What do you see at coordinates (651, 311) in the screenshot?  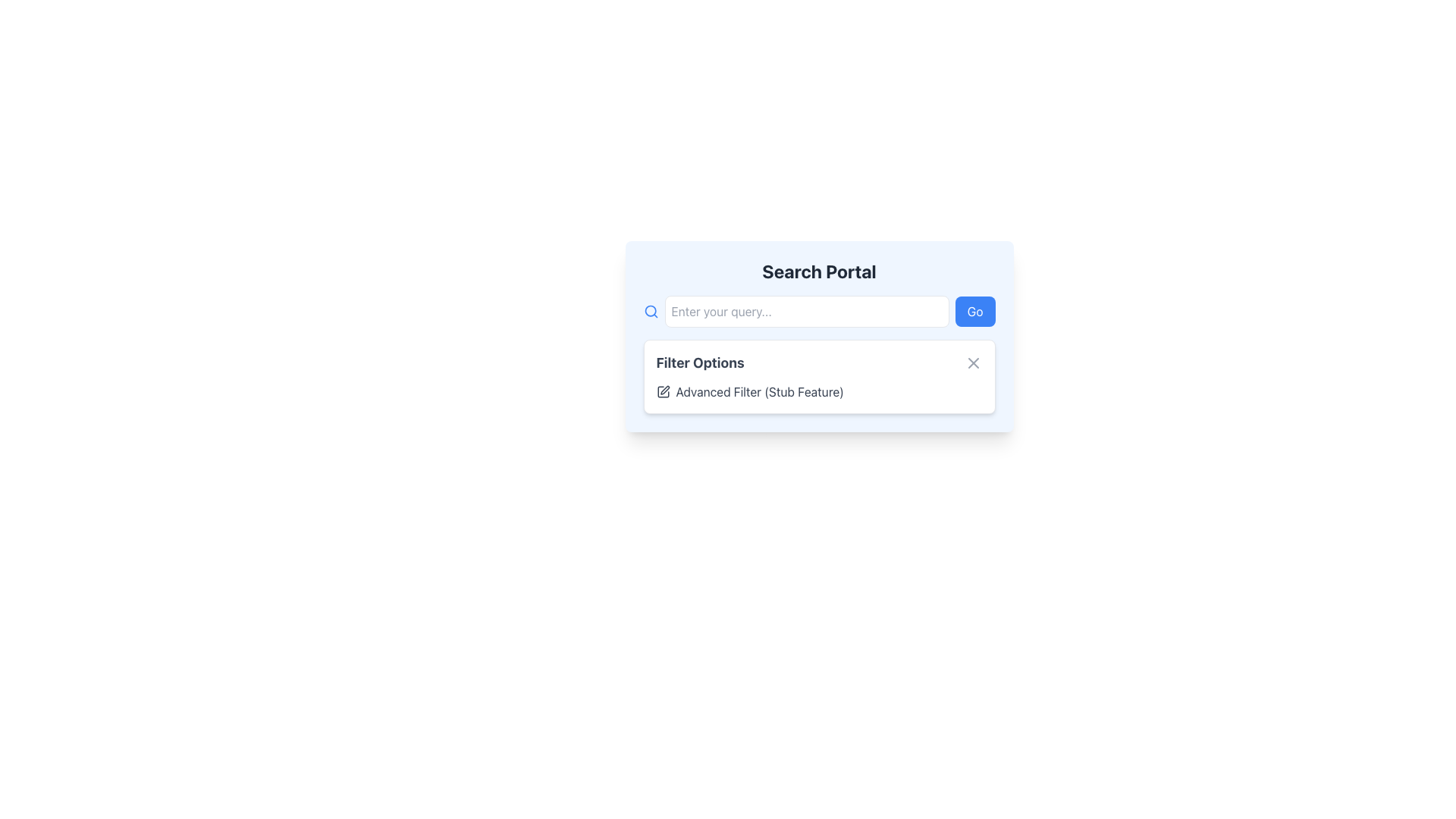 I see `the blue magnifying glass icon located to the immediate left of the input field in the 'Search Portal' interface to initiate a search` at bounding box center [651, 311].